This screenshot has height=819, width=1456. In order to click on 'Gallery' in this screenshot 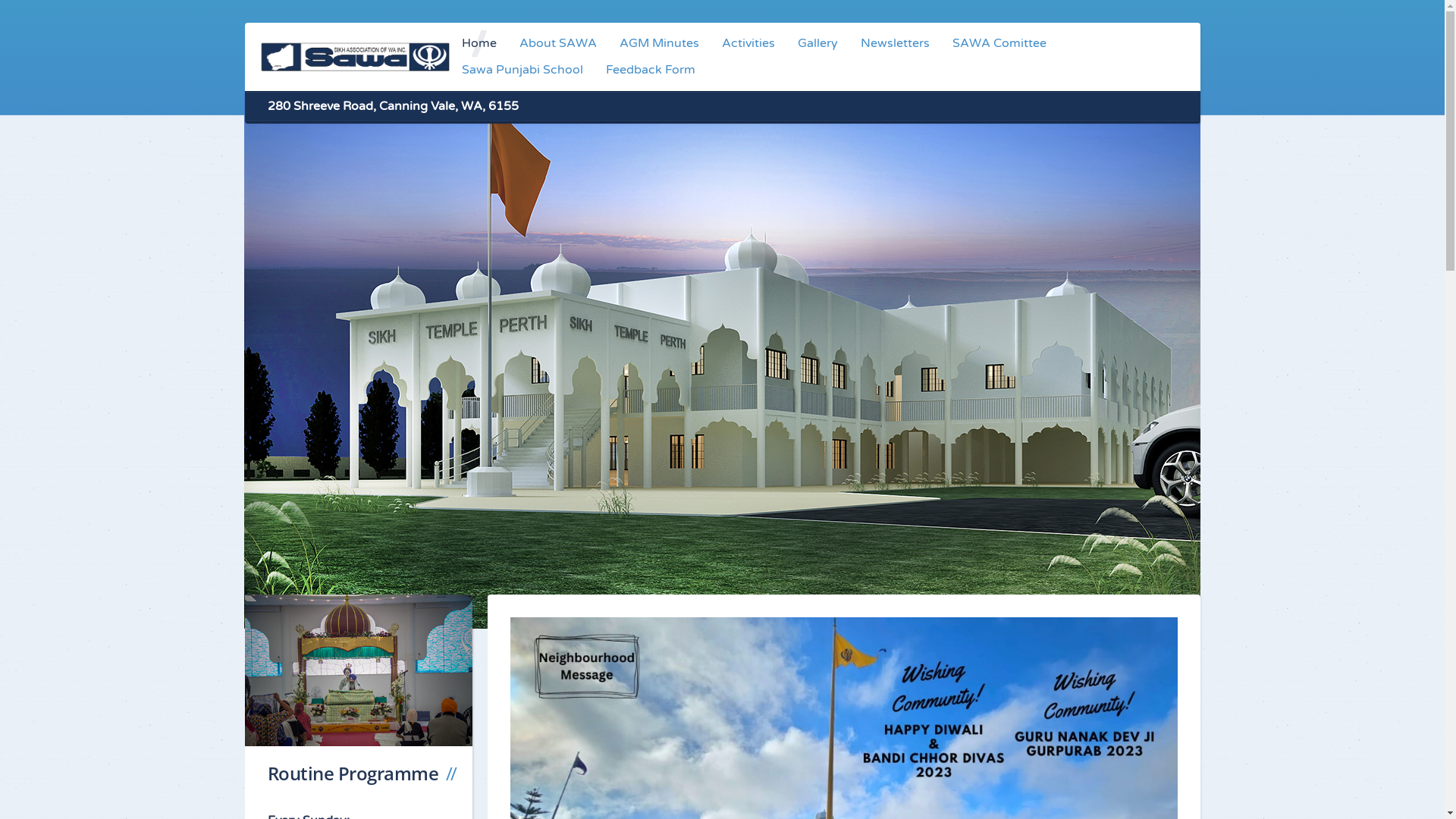, I will do `click(786, 42)`.